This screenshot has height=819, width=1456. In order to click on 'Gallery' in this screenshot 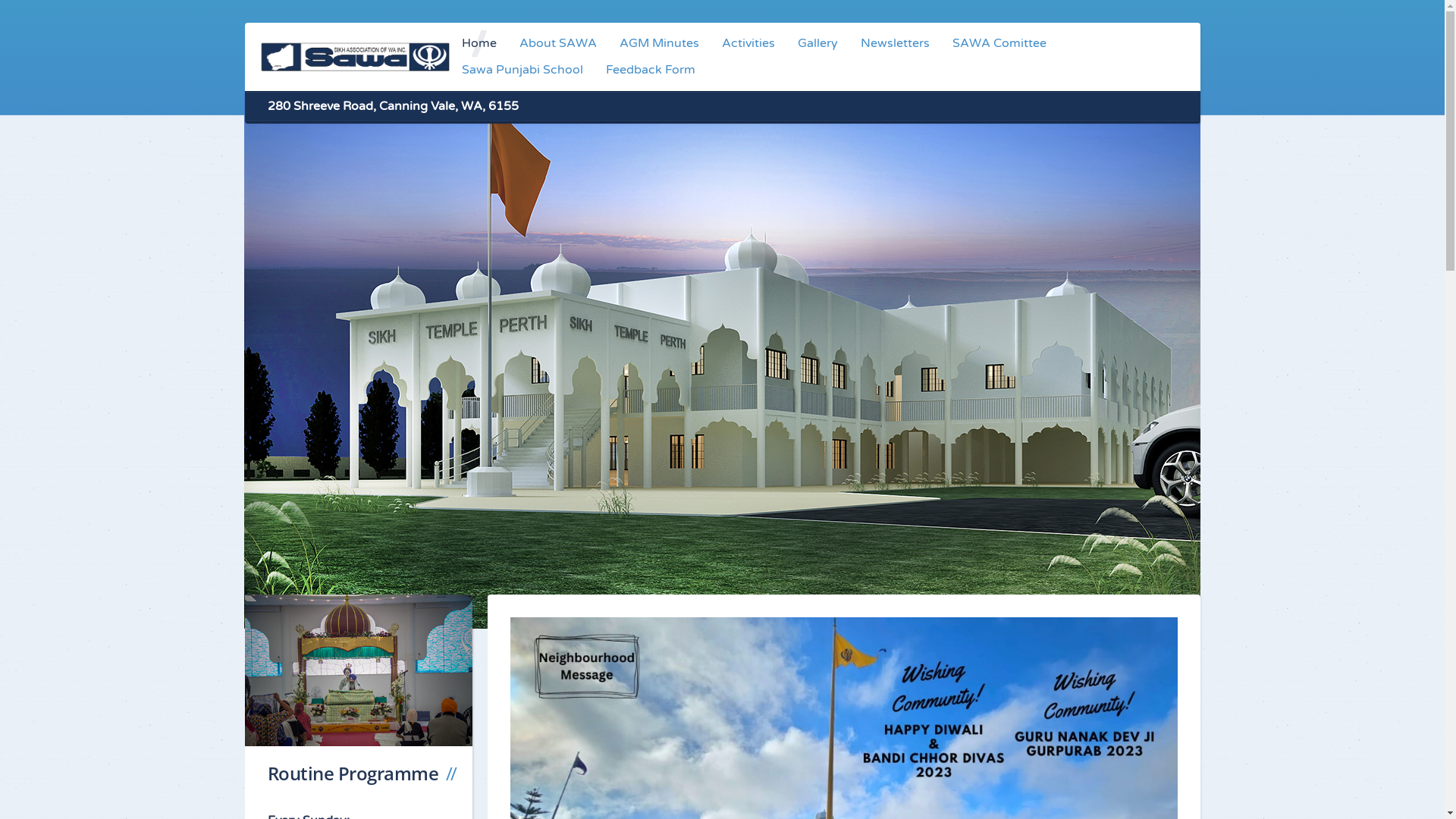, I will do `click(786, 42)`.